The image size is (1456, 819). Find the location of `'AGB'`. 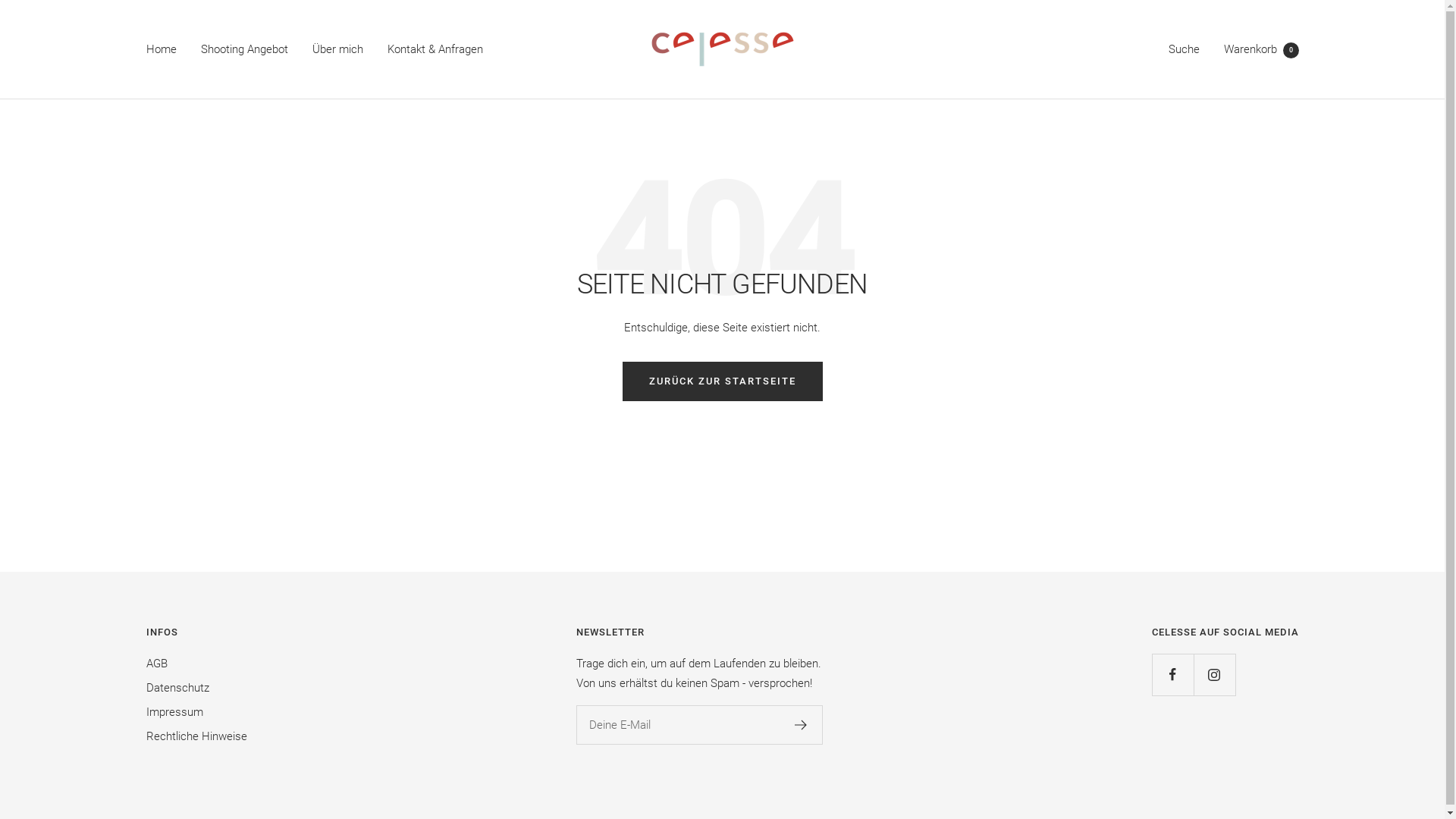

'AGB' is located at coordinates (156, 663).